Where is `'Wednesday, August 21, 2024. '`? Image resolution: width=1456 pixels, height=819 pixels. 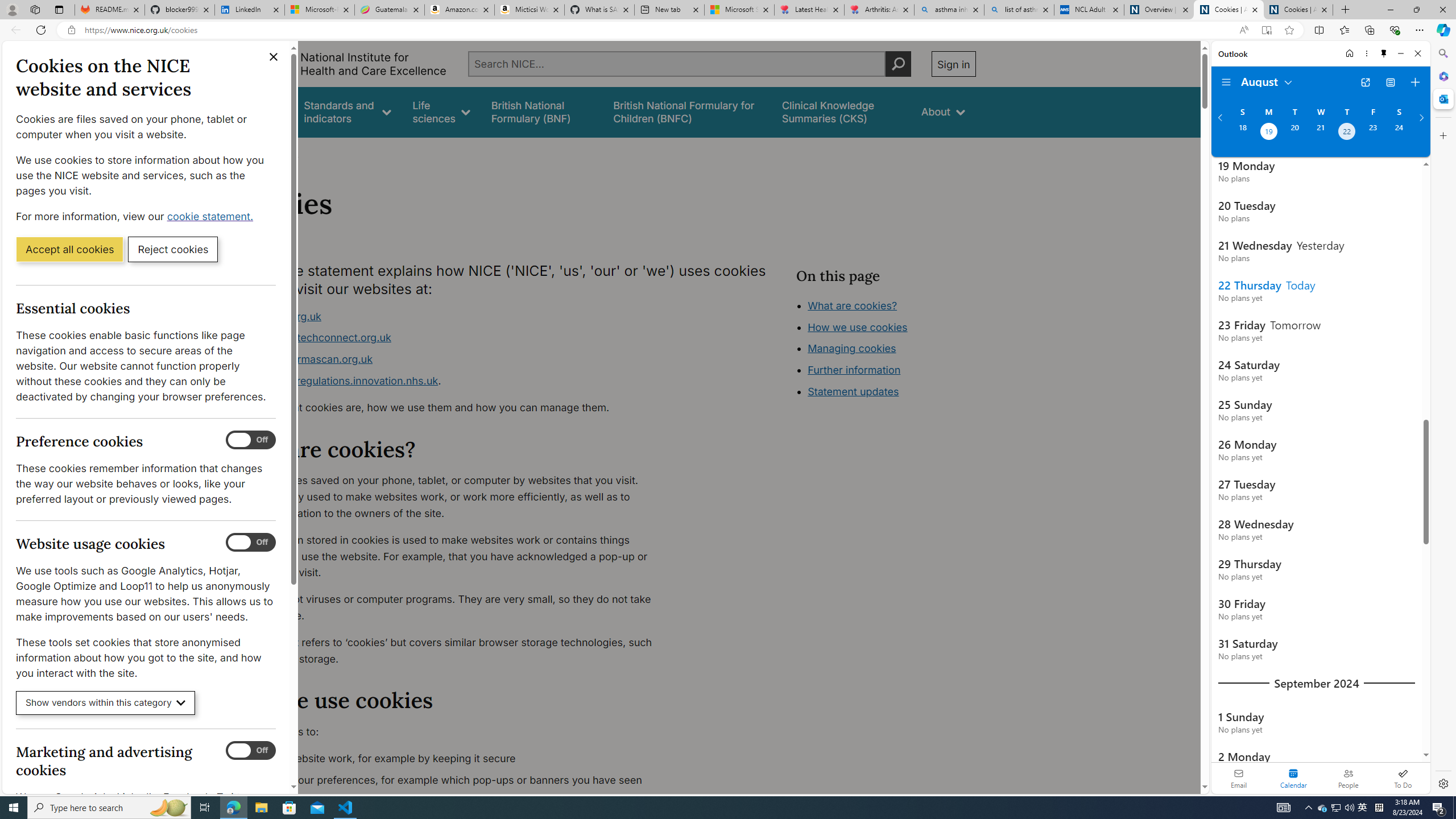
'Wednesday, August 21, 2024. ' is located at coordinates (1319, 133).